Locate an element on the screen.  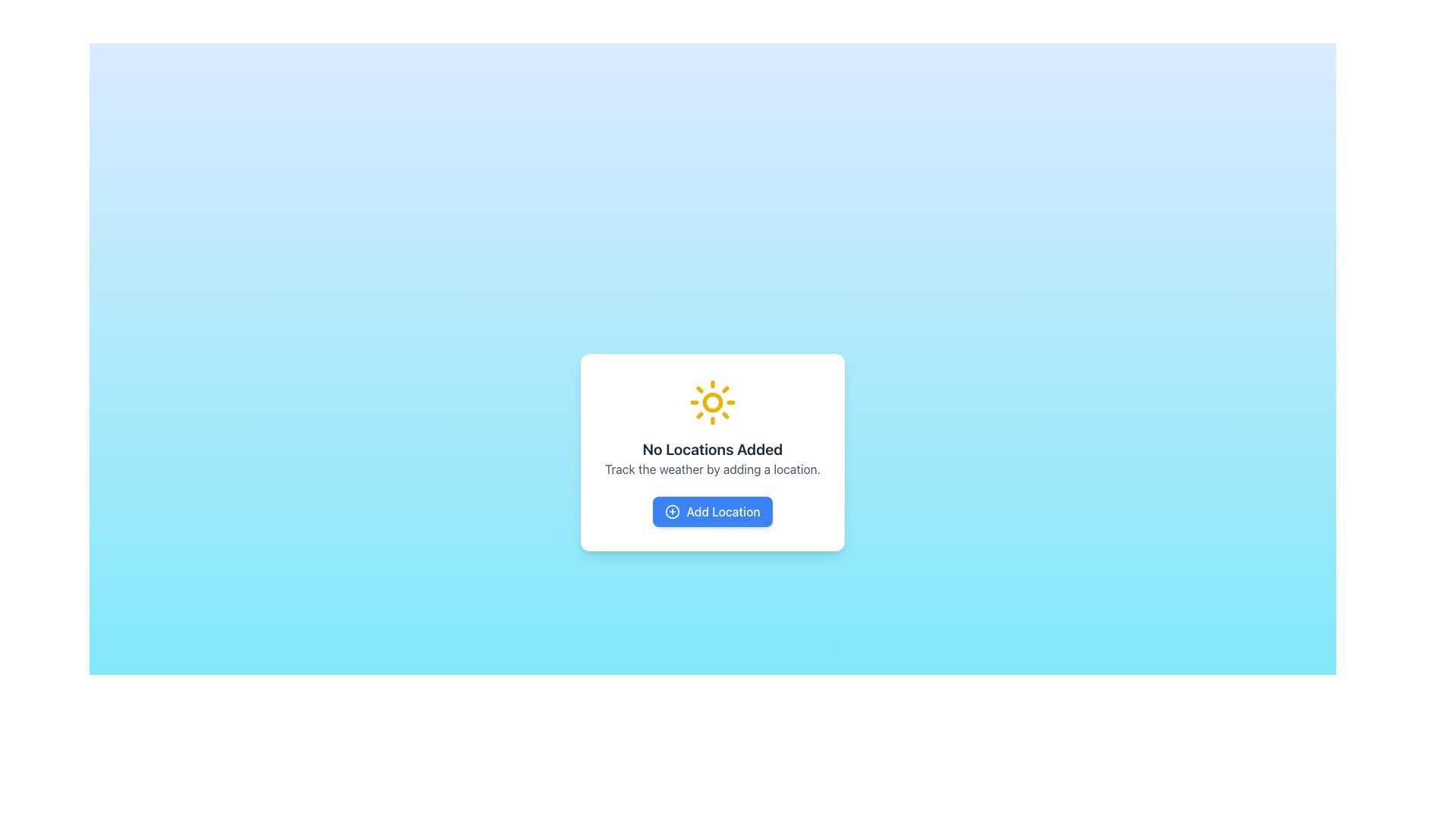
the icon of a circle with a '+' symbol, which is located within the 'Add Location' button, positioned on the left side of the text label is located at coordinates (672, 512).